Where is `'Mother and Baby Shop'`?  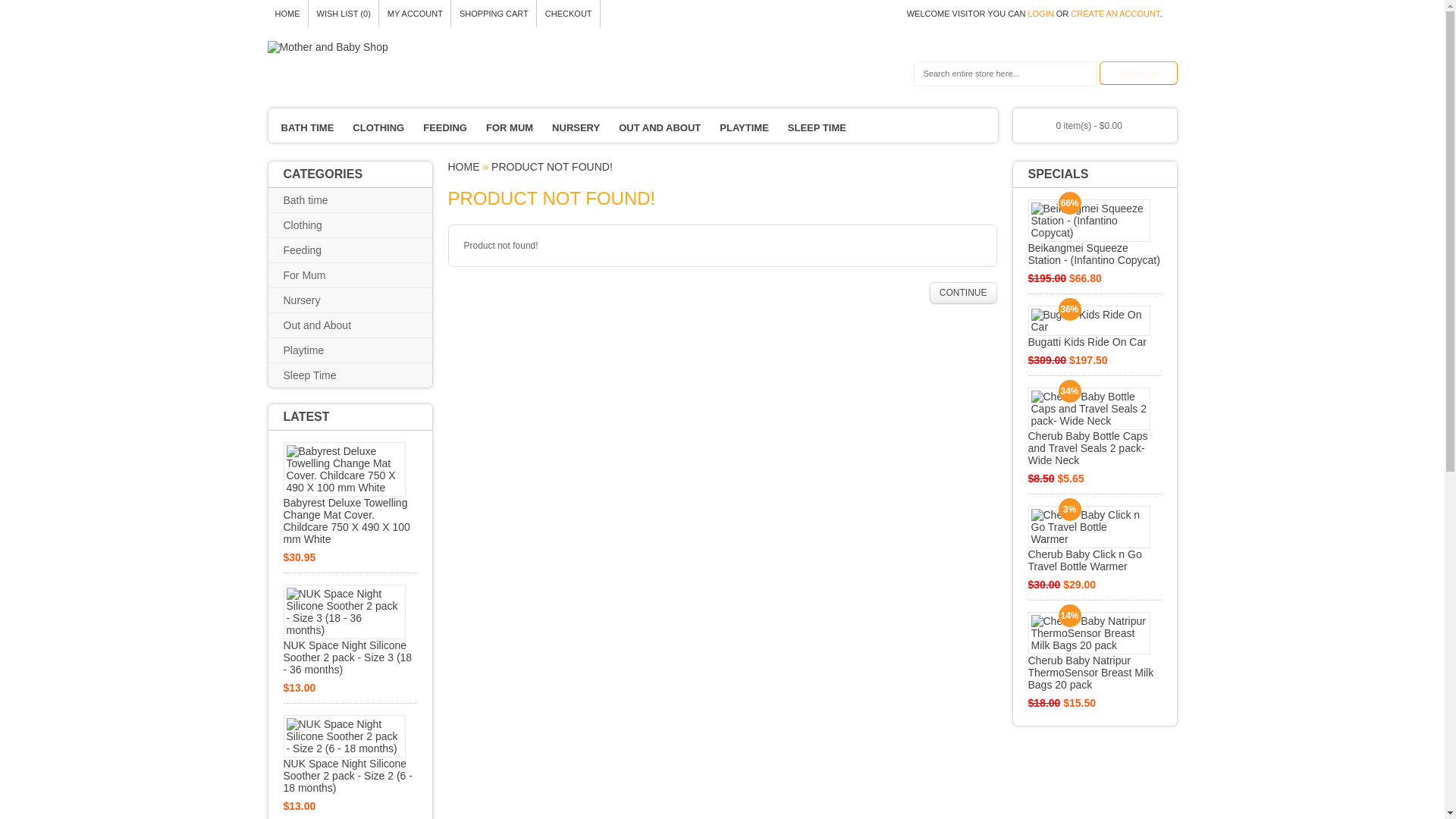 'Mother and Baby Shop' is located at coordinates (326, 45).